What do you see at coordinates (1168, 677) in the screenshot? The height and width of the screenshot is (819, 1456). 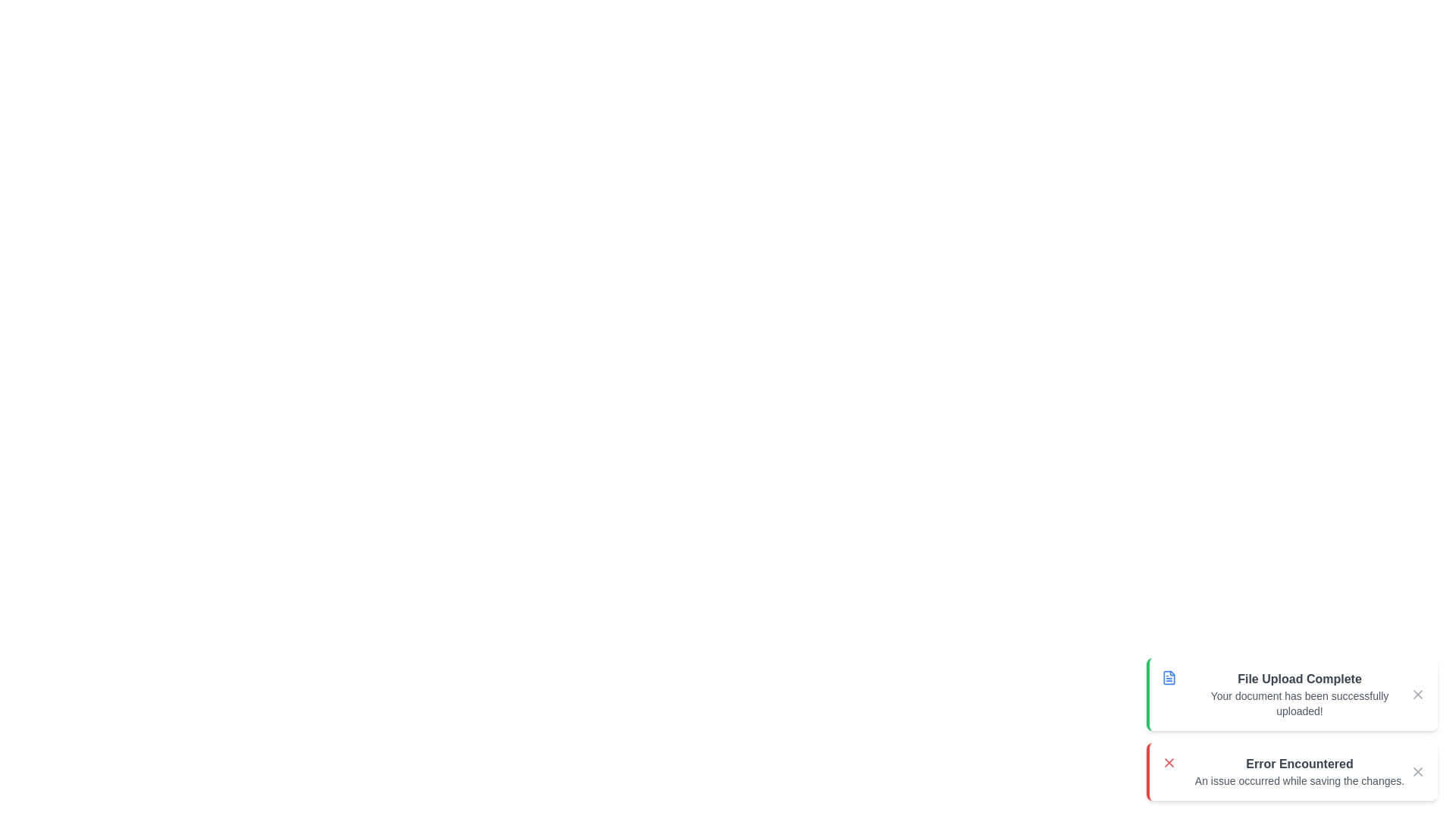 I see `the notification icon for success` at bounding box center [1168, 677].